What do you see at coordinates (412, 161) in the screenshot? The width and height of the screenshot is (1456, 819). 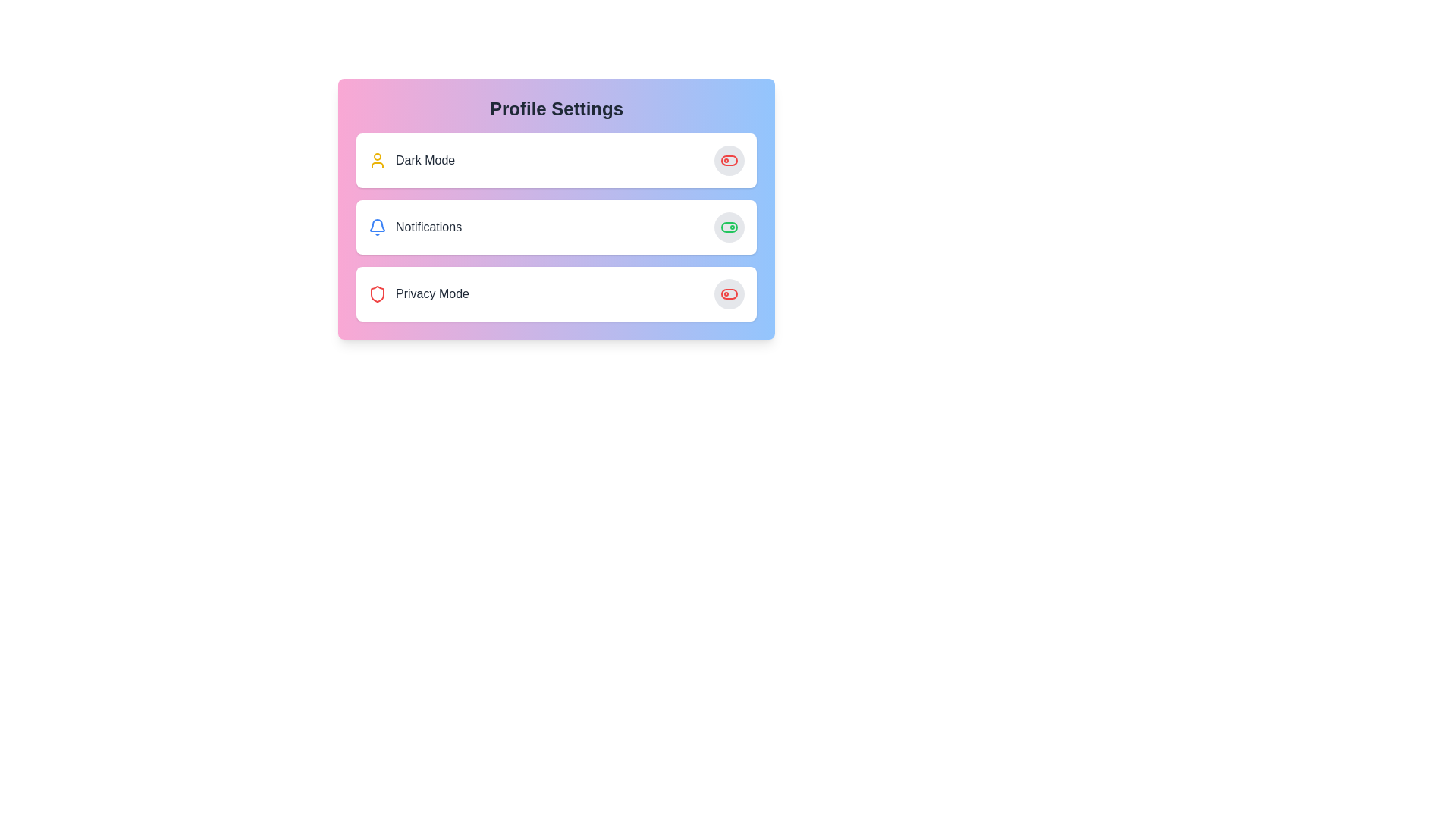 I see `the 'Dark Mode' label with the user icon, which is the first item in the 'Profile Settings' card, featuring a yellow user icon and bold, capitalized text` at bounding box center [412, 161].